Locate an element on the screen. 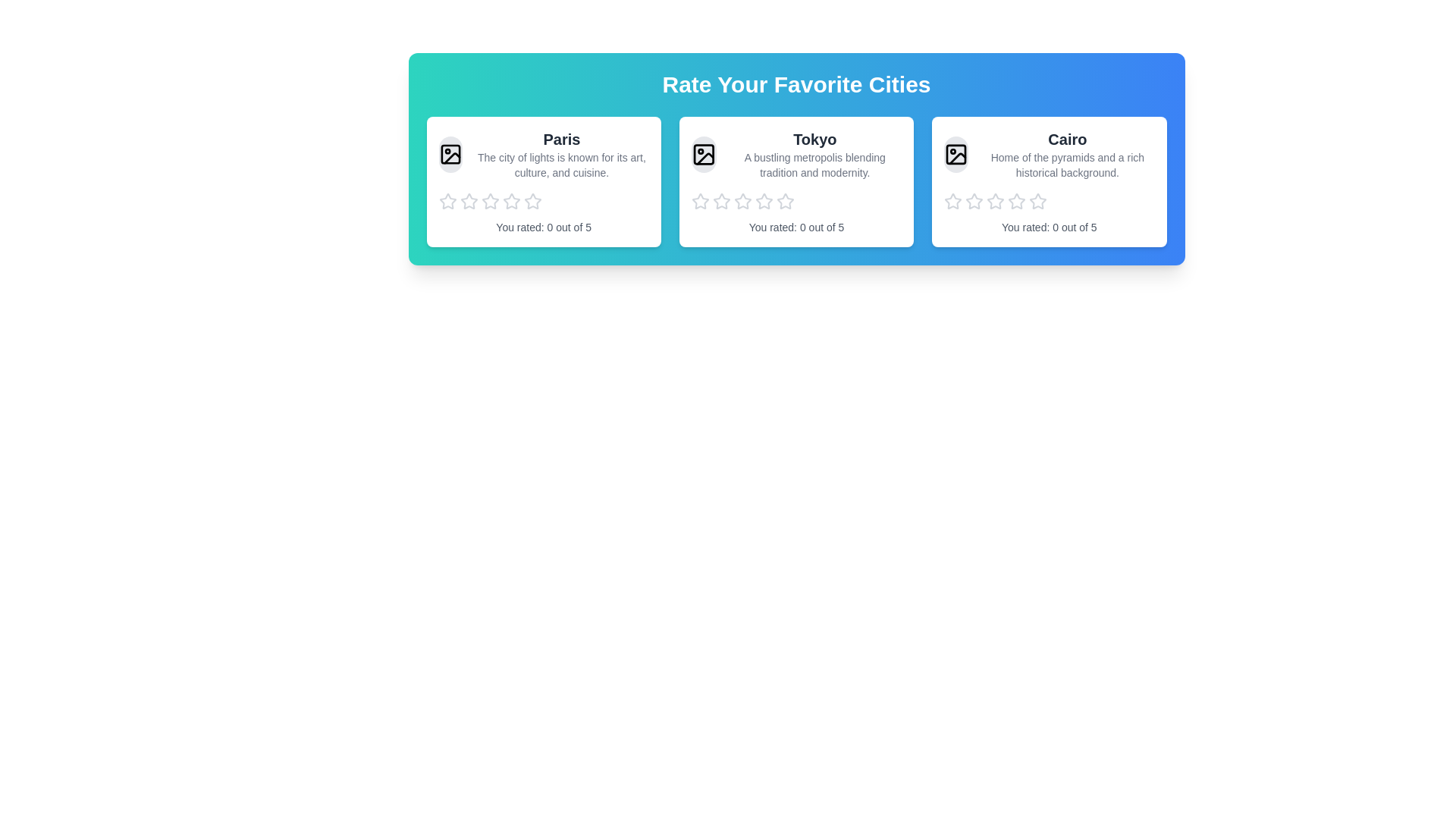 Image resolution: width=1456 pixels, height=819 pixels. the fourth rating star icon, styled in silver, located under the 'Paris' card in the 'Rate Your Favorite Cities' section is located at coordinates (490, 201).